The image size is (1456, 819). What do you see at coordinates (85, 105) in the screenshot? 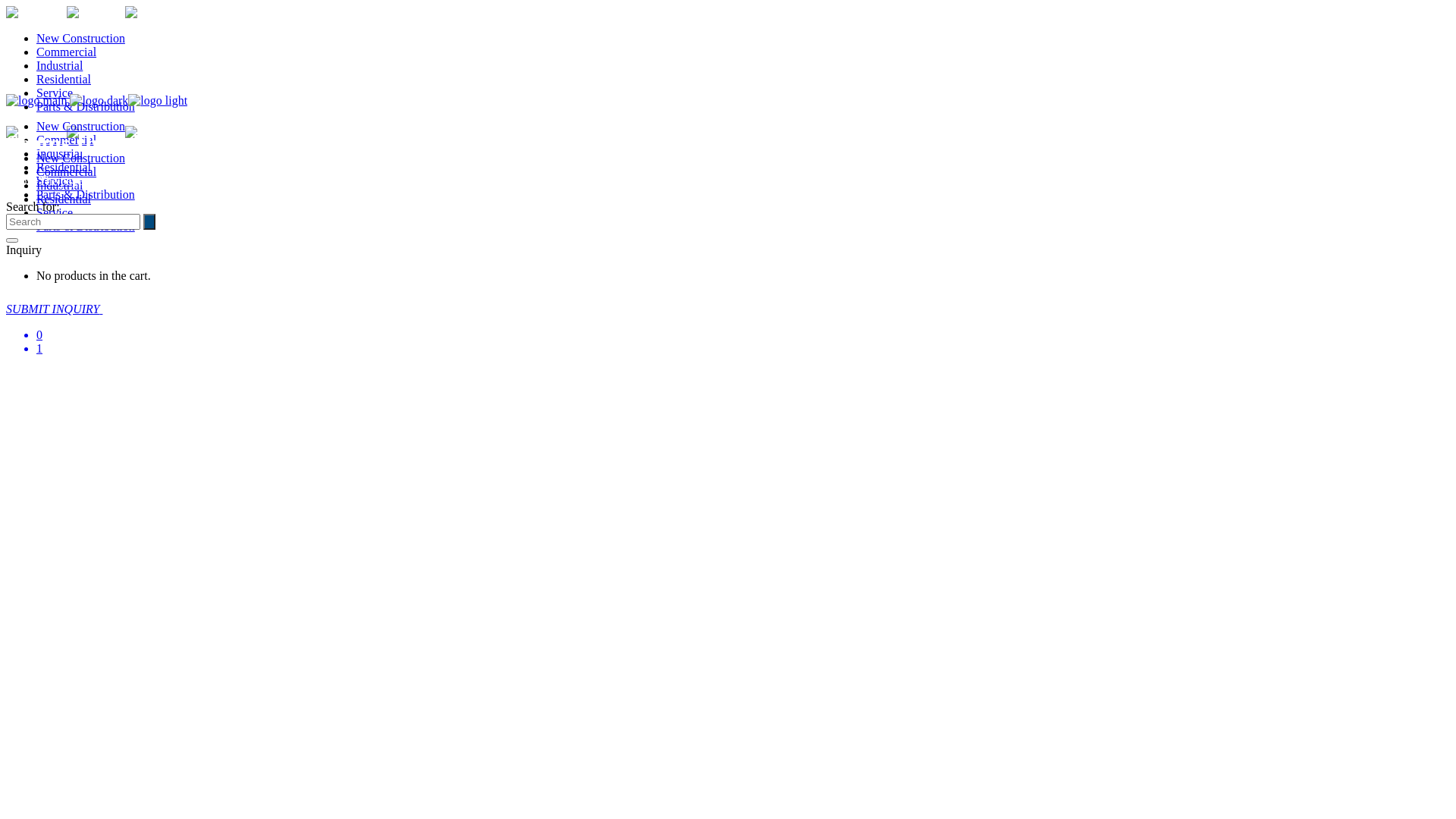
I see `'Parts & Distribution'` at bounding box center [85, 105].